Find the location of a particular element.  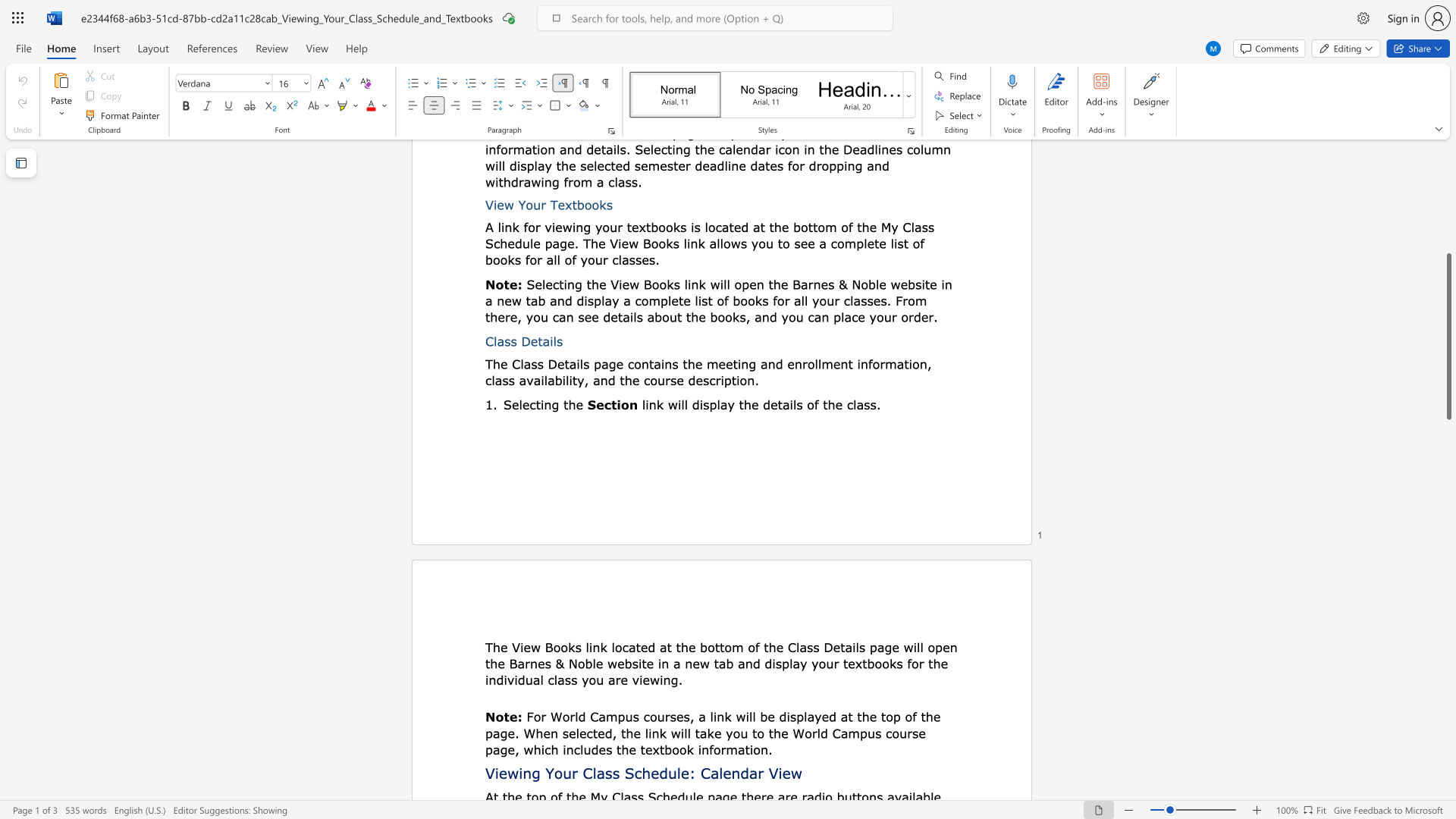

the scrollbar and move down 1730 pixels is located at coordinates (1448, 335).